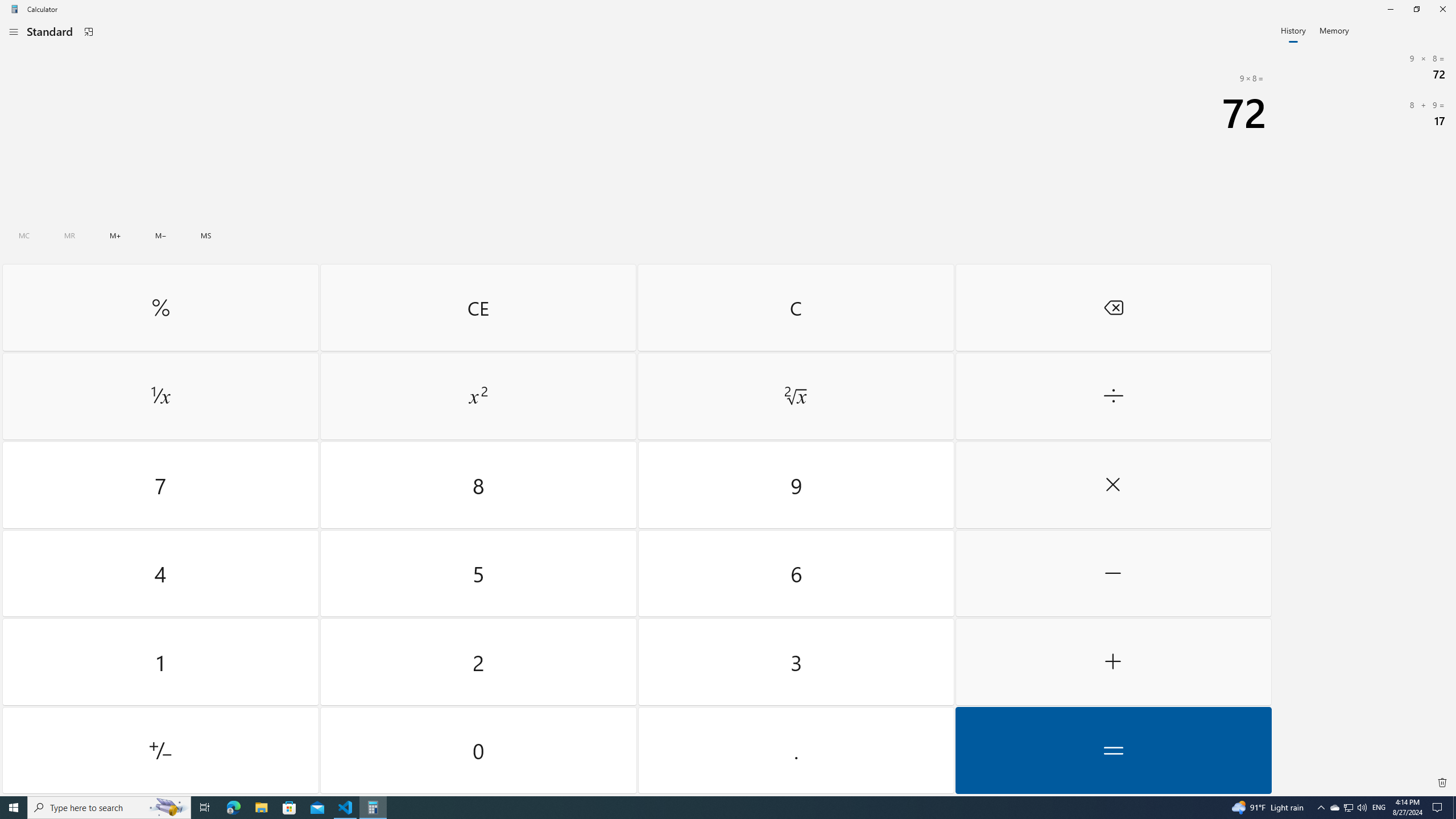  I want to click on 'Positive negative', so click(160, 750).